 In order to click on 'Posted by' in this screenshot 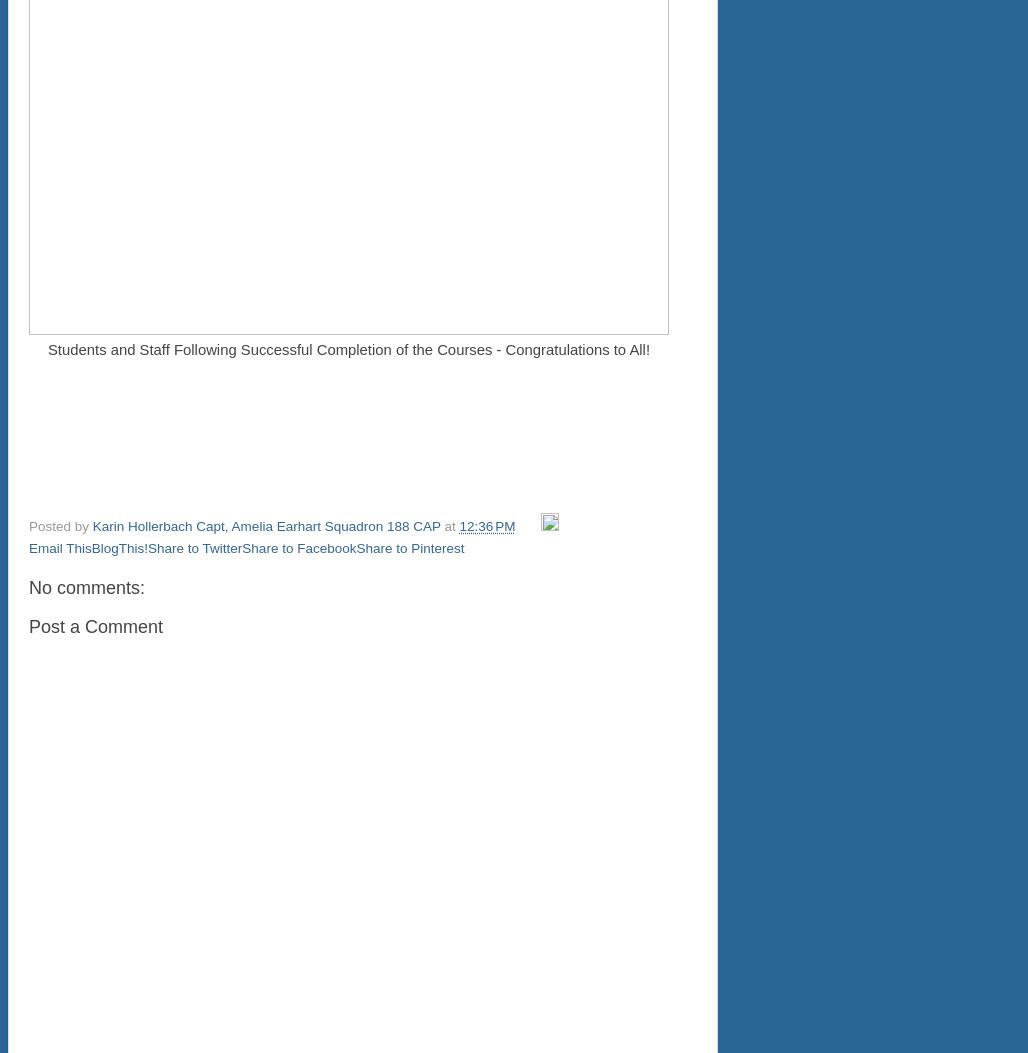, I will do `click(60, 526)`.